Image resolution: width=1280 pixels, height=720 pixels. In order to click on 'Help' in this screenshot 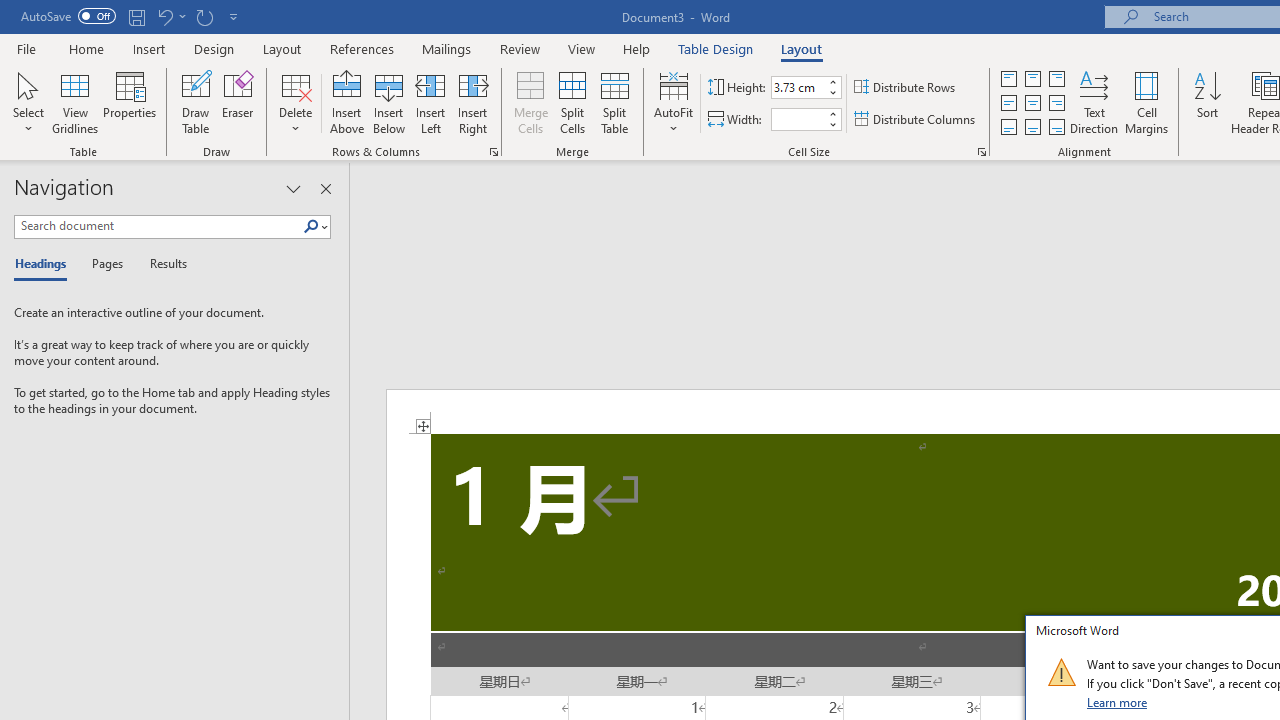, I will do `click(636, 48)`.